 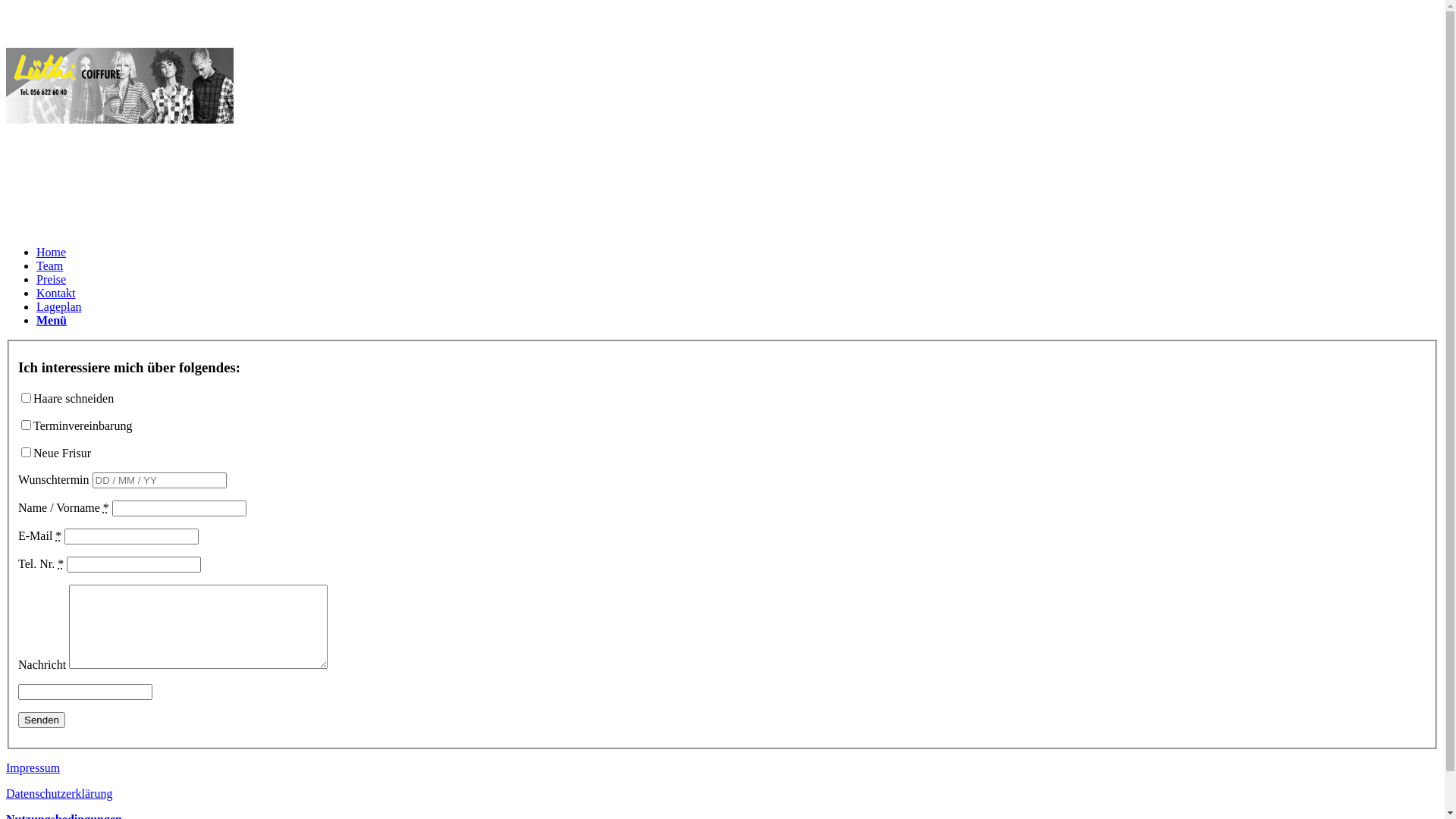 I want to click on 'Home', so click(x=51, y=251).